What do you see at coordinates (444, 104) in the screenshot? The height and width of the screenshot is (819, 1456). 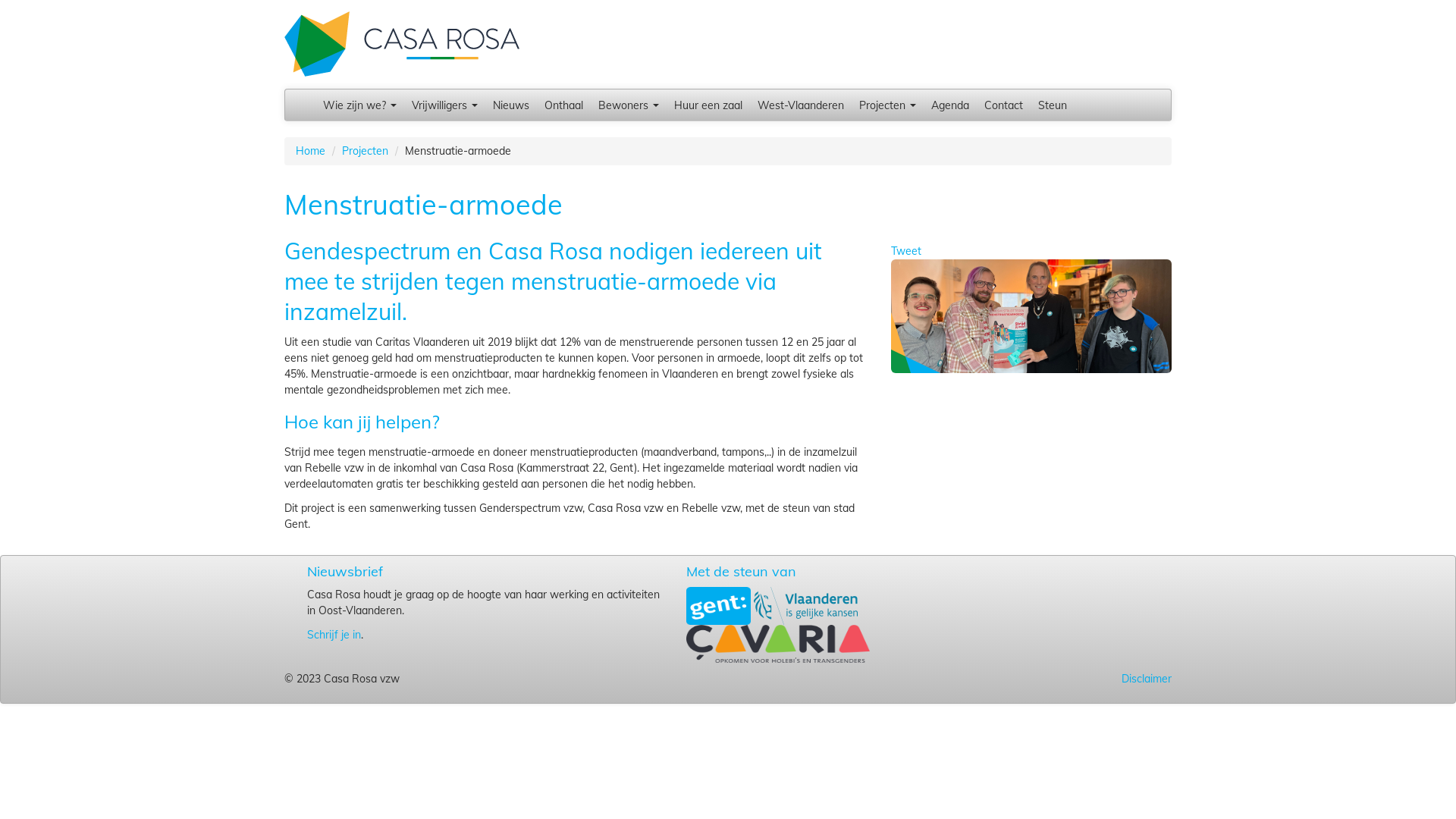 I see `'Vrijwilligers'` at bounding box center [444, 104].